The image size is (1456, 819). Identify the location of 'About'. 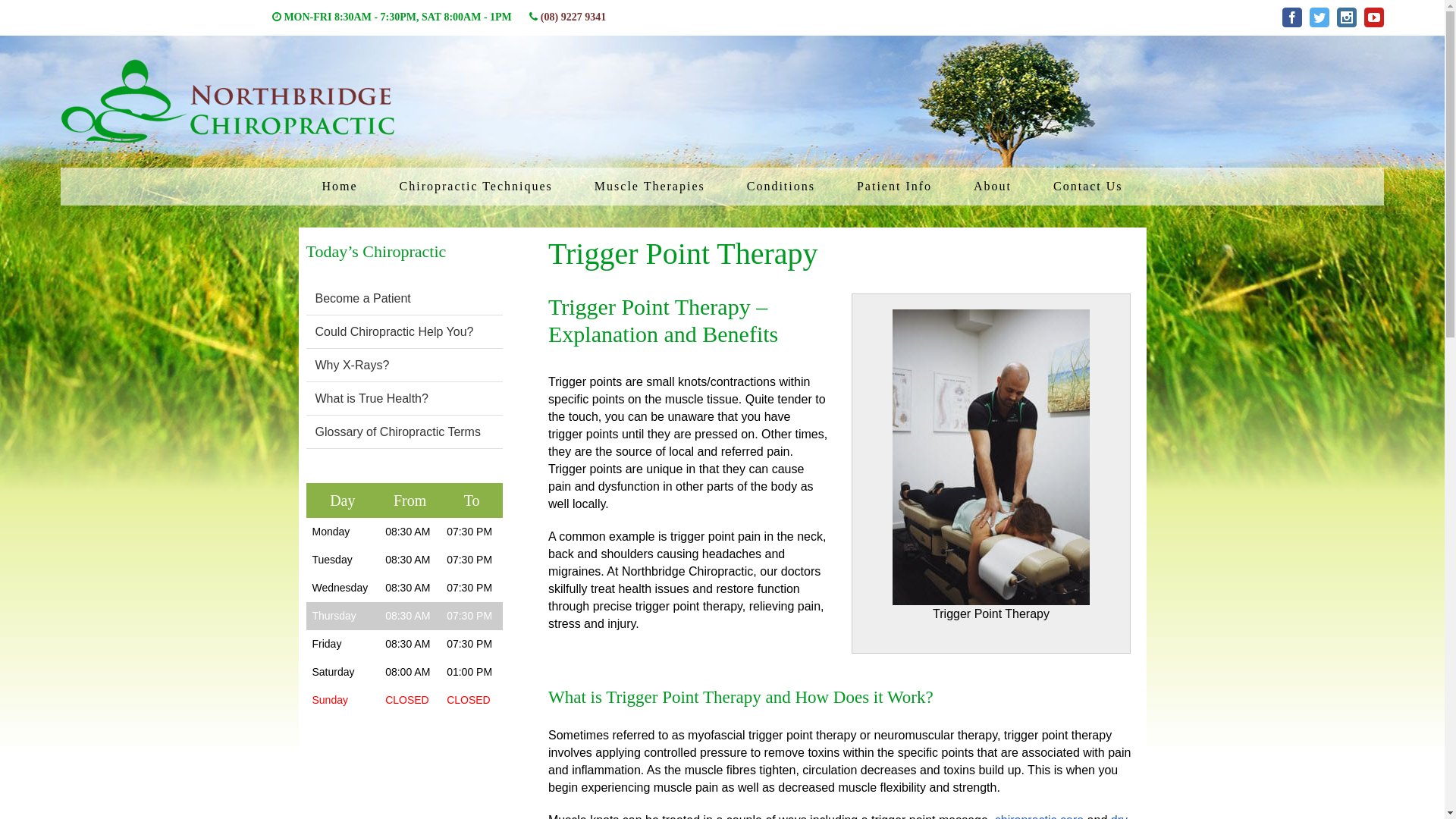
(993, 186).